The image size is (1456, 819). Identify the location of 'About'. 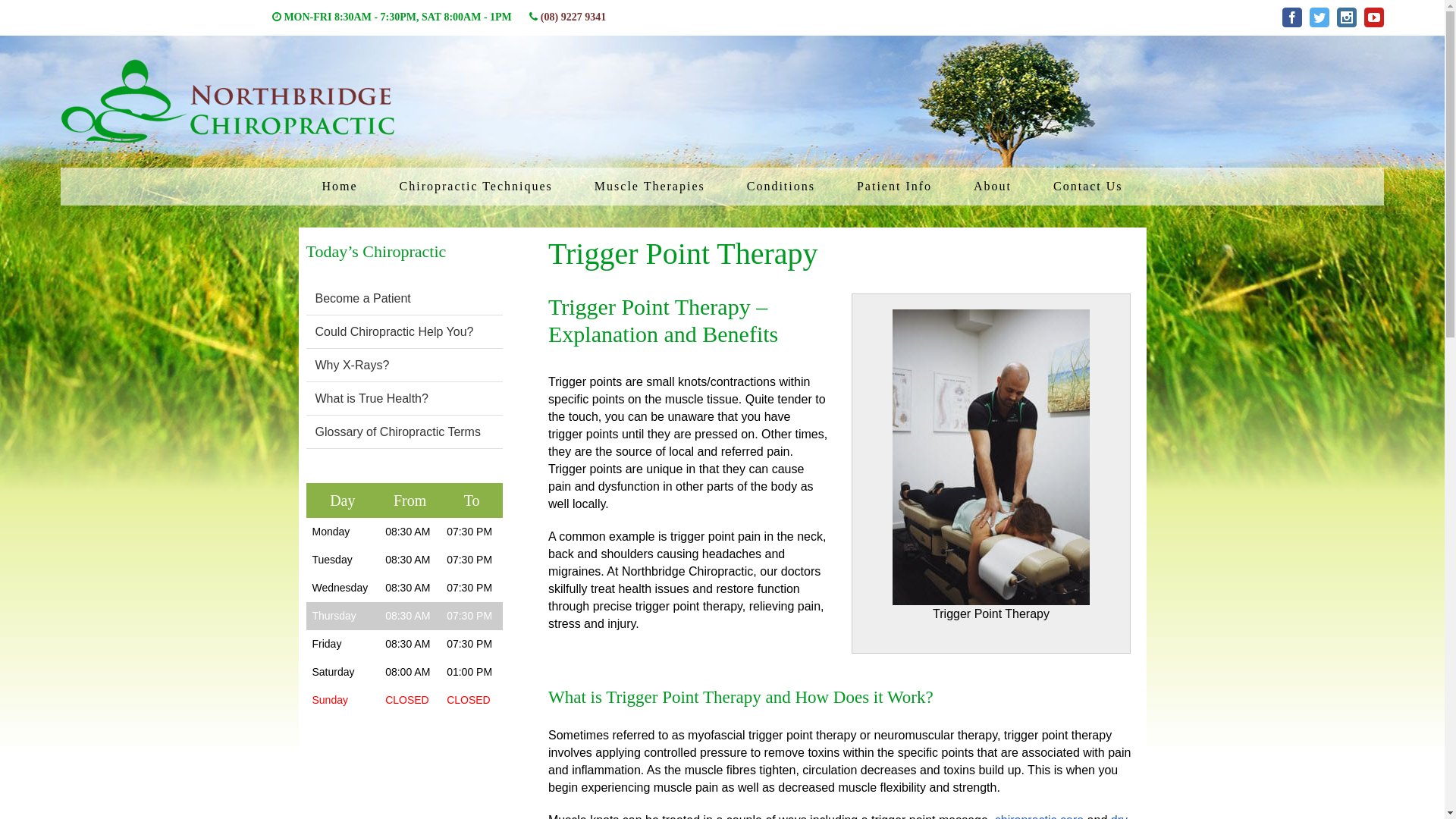
(993, 186).